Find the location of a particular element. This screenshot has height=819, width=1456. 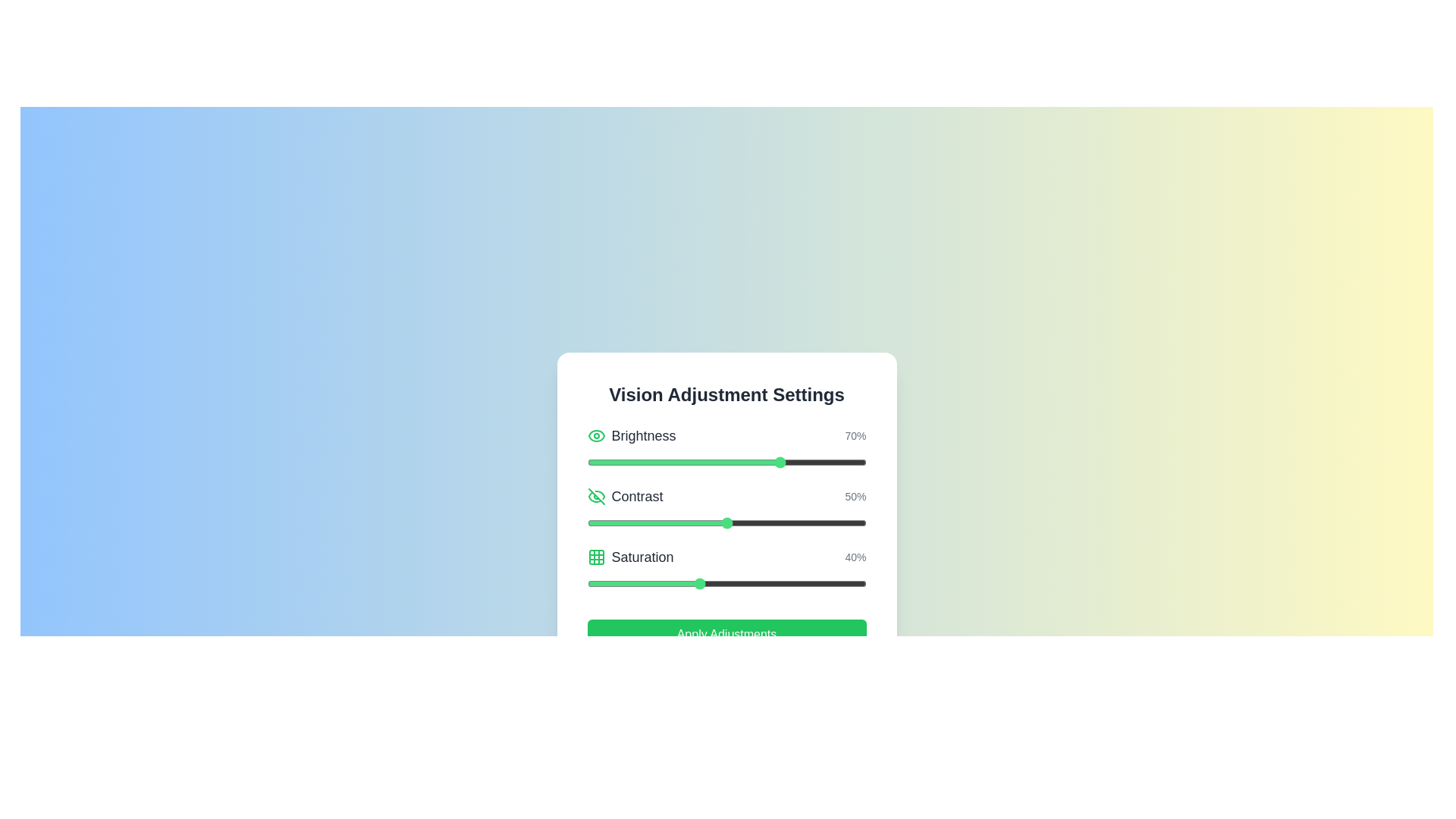

the saturation slider to set the saturation level to 82% is located at coordinates (815, 583).